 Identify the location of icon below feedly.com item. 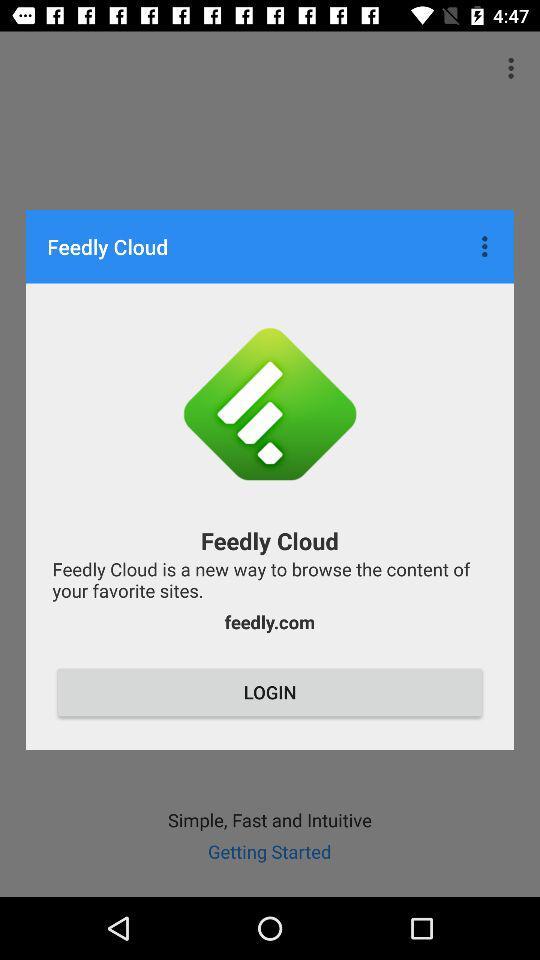
(270, 692).